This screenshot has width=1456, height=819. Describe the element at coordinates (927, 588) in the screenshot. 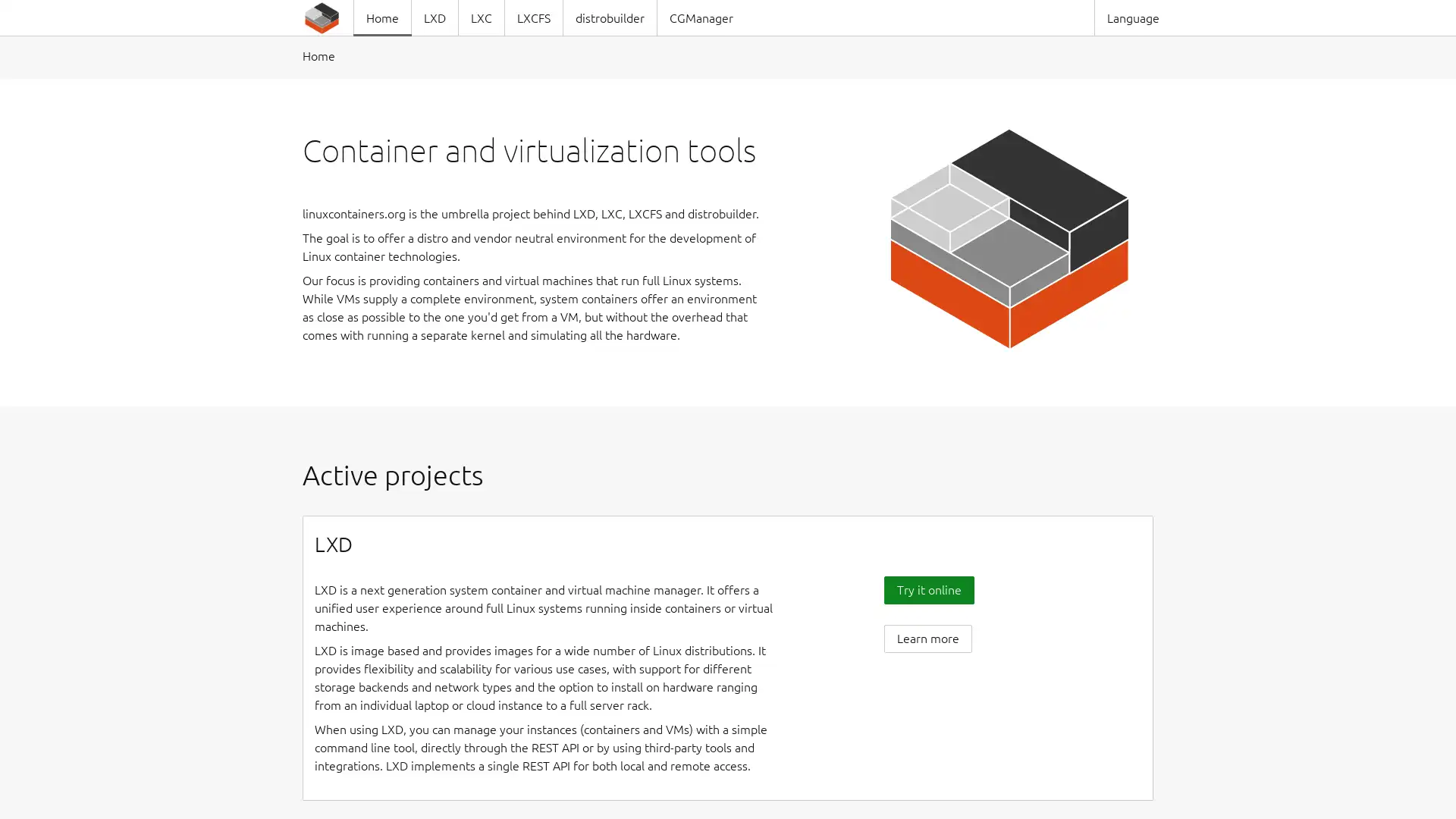

I see `Try it online` at that location.